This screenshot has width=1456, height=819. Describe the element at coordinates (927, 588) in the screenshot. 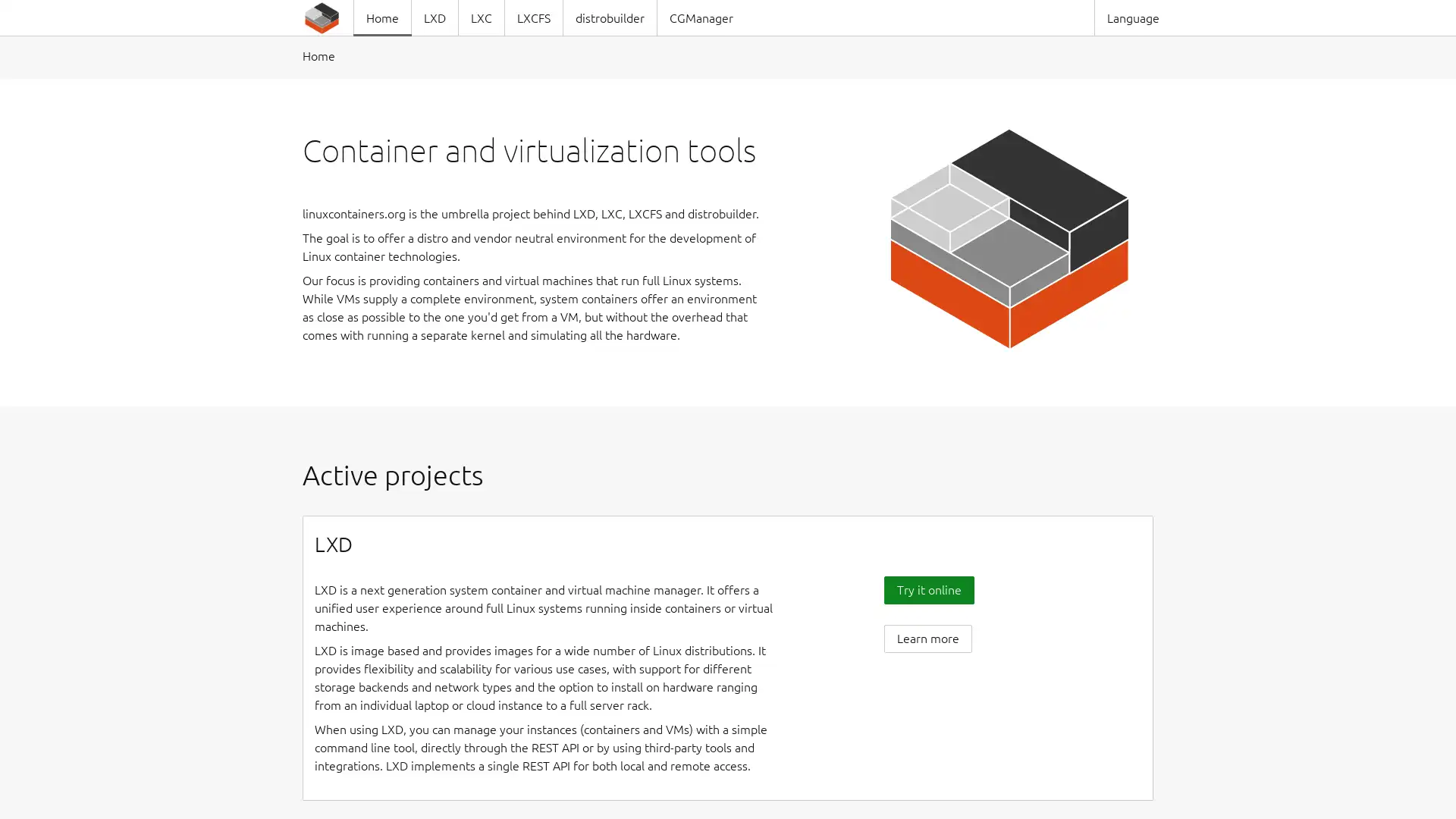

I see `Try it online` at that location.